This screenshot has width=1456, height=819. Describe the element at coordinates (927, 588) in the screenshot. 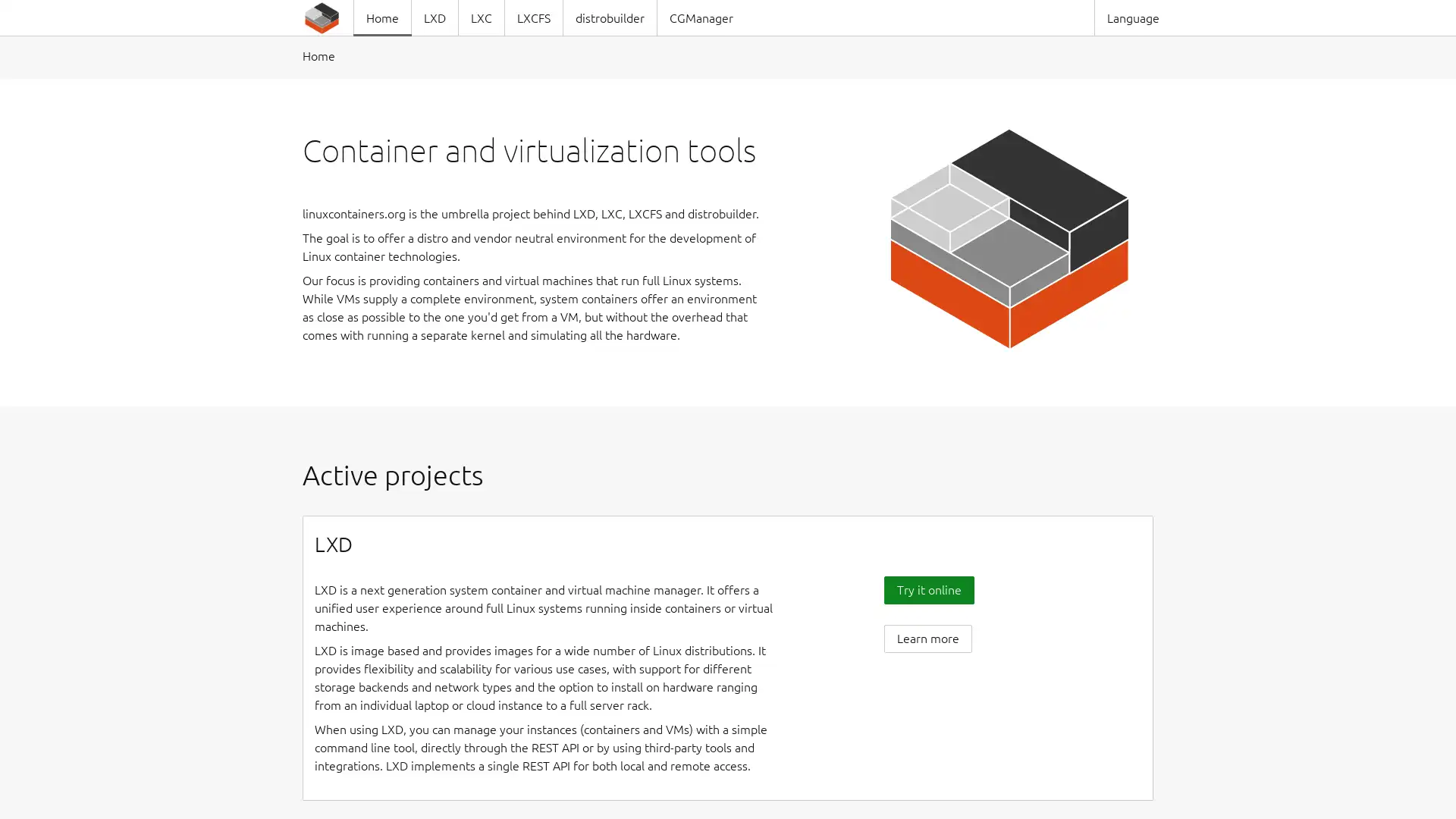

I see `Try it online` at that location.